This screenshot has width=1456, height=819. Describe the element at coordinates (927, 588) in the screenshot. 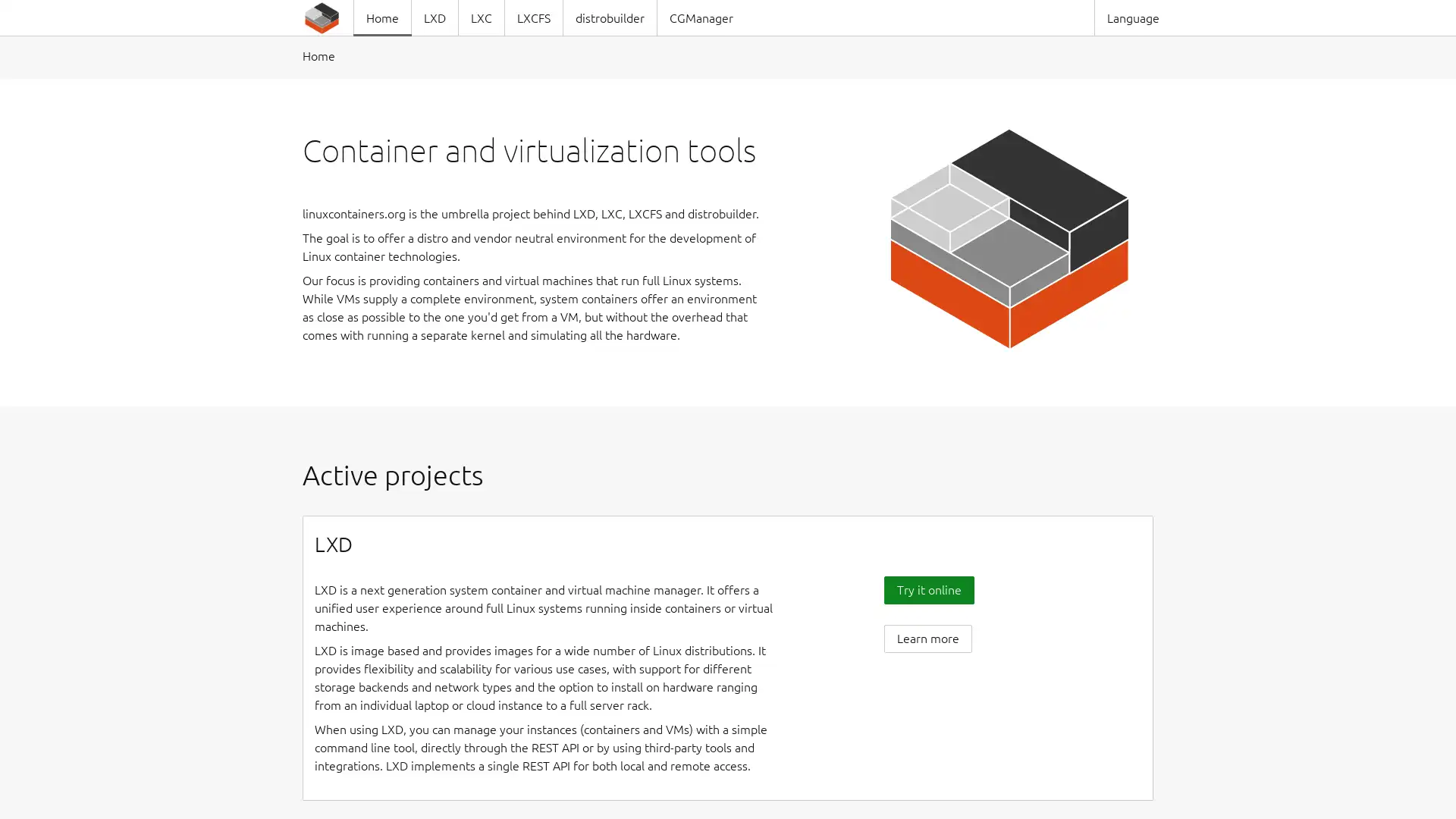

I see `Try it online` at that location.